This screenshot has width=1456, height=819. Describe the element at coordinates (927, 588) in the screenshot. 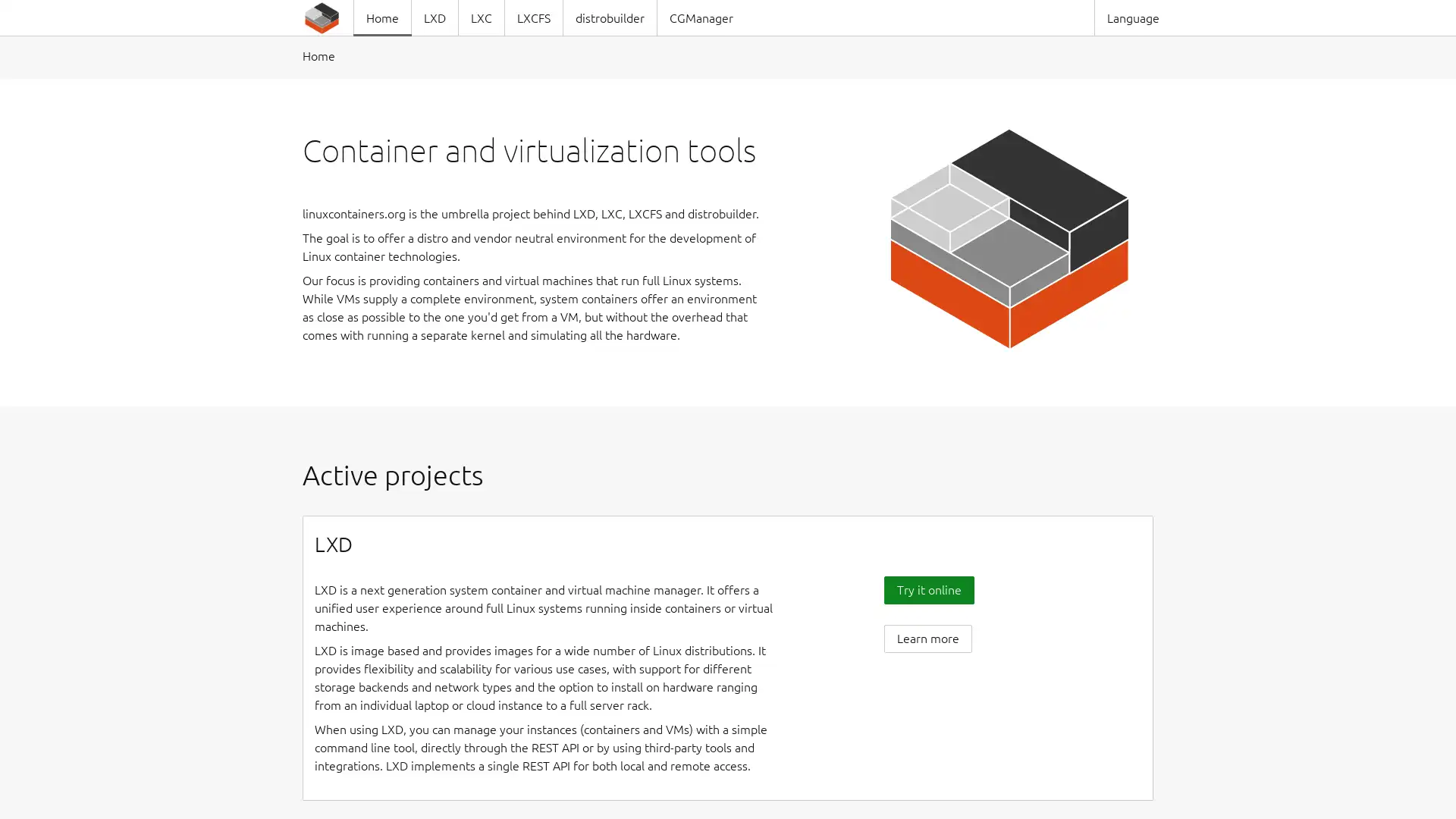

I see `Try it online` at that location.